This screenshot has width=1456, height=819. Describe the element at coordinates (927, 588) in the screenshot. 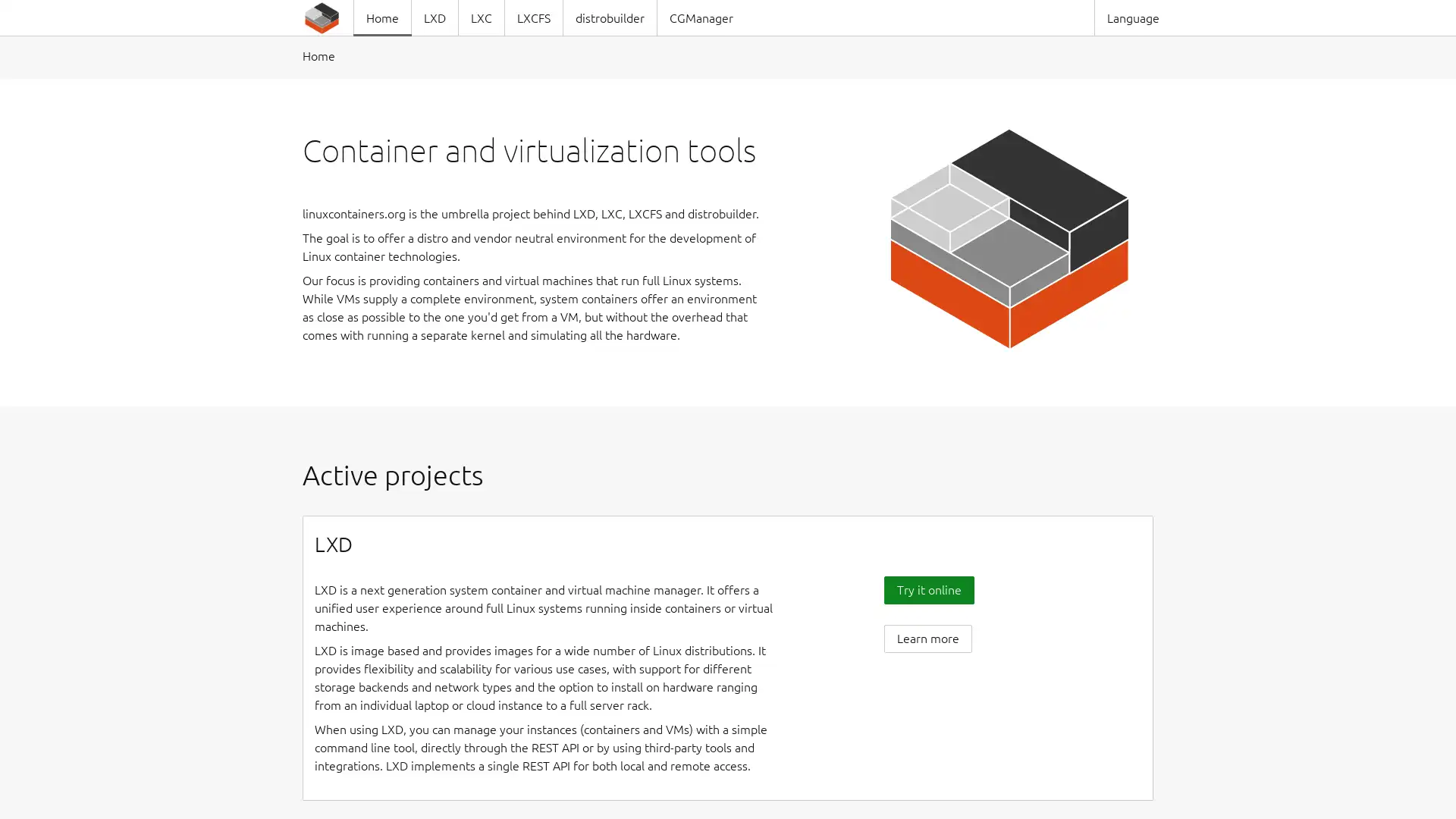

I see `Try it online` at that location.